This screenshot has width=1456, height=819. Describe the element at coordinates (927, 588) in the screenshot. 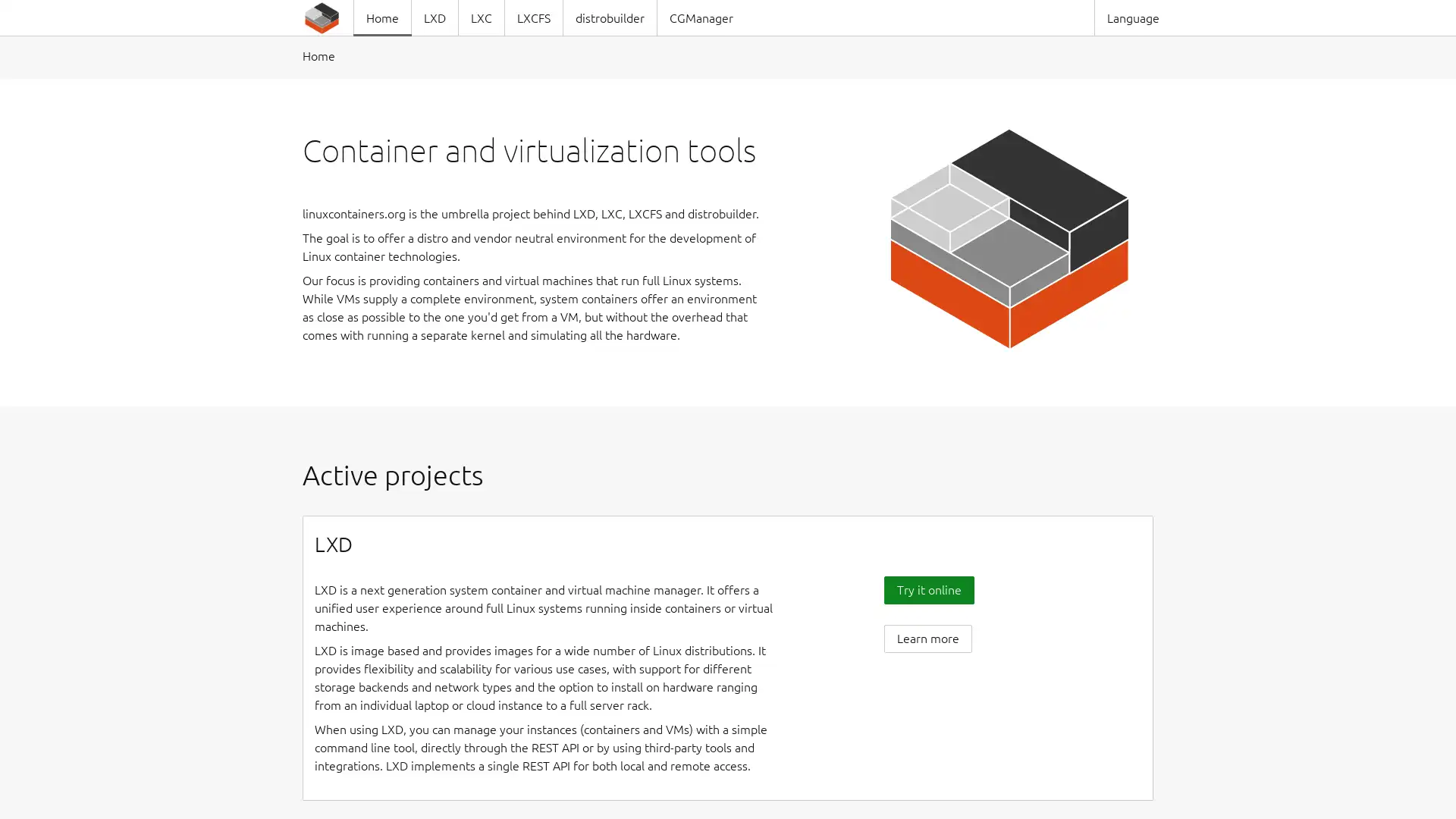

I see `Try it online` at that location.